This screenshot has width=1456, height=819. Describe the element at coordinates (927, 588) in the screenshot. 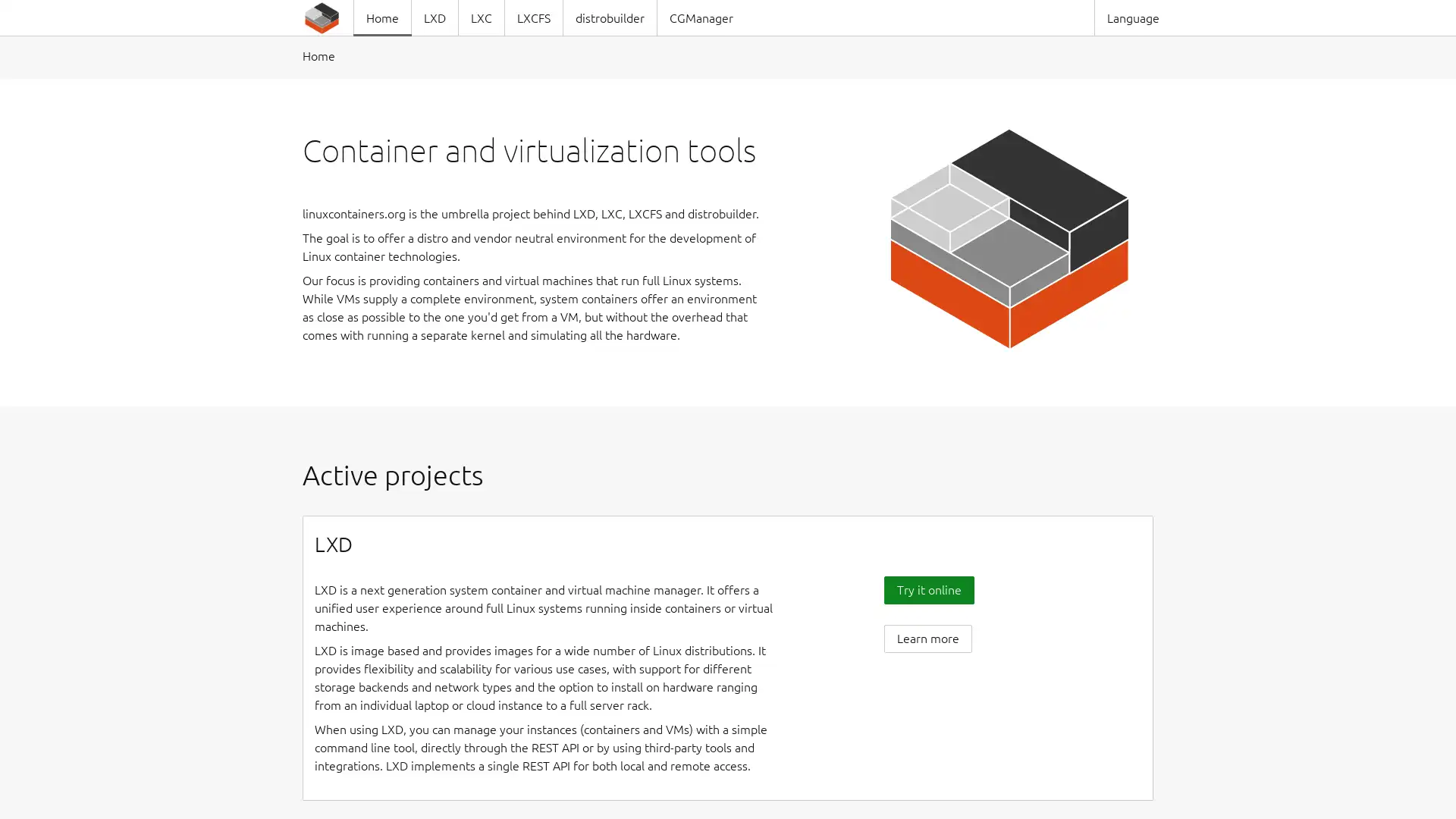

I see `Try it online` at that location.